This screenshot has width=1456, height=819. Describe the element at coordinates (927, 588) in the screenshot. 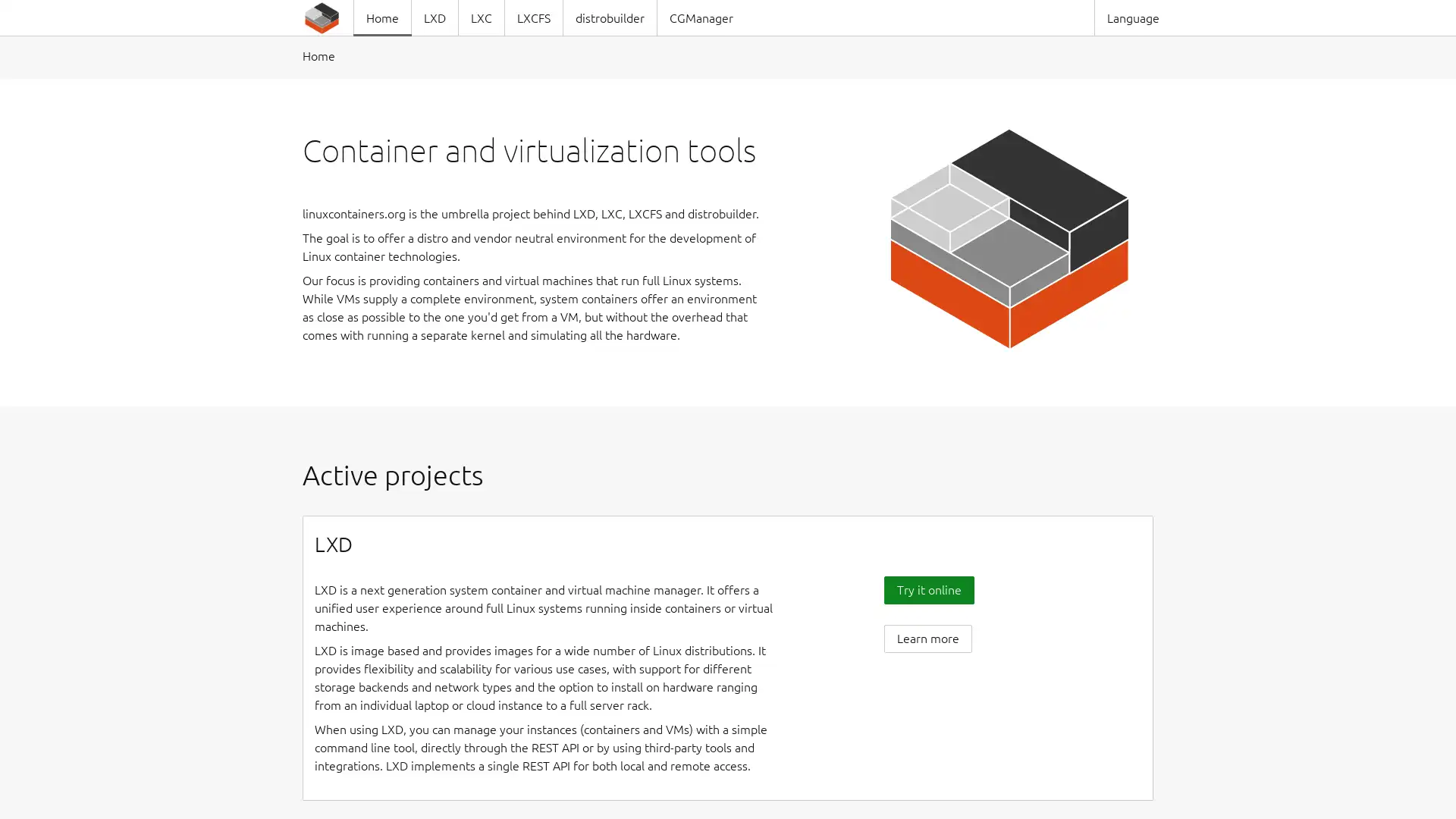

I see `Try it online` at that location.